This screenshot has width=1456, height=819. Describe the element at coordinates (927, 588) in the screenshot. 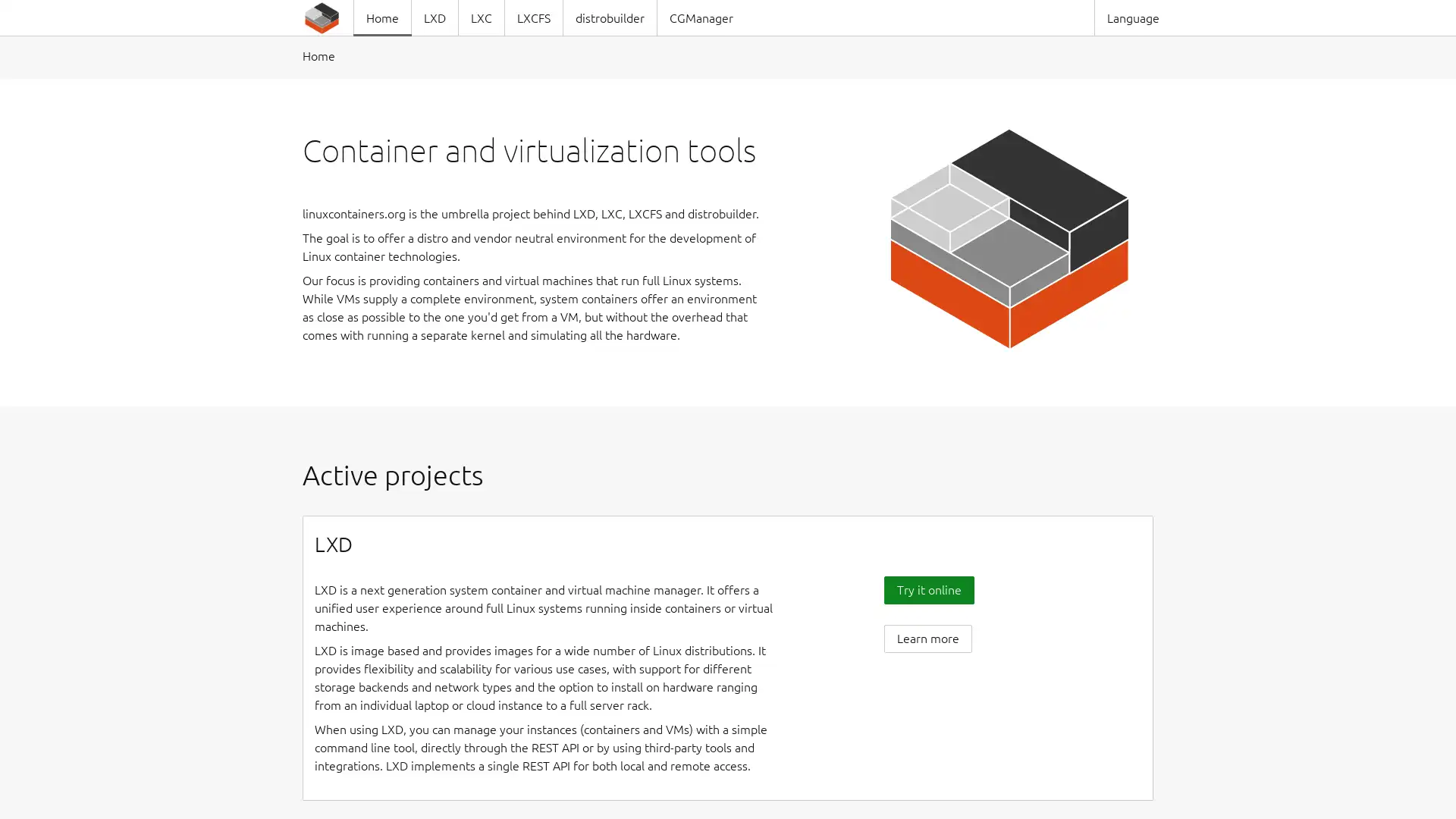

I see `Try it online` at that location.